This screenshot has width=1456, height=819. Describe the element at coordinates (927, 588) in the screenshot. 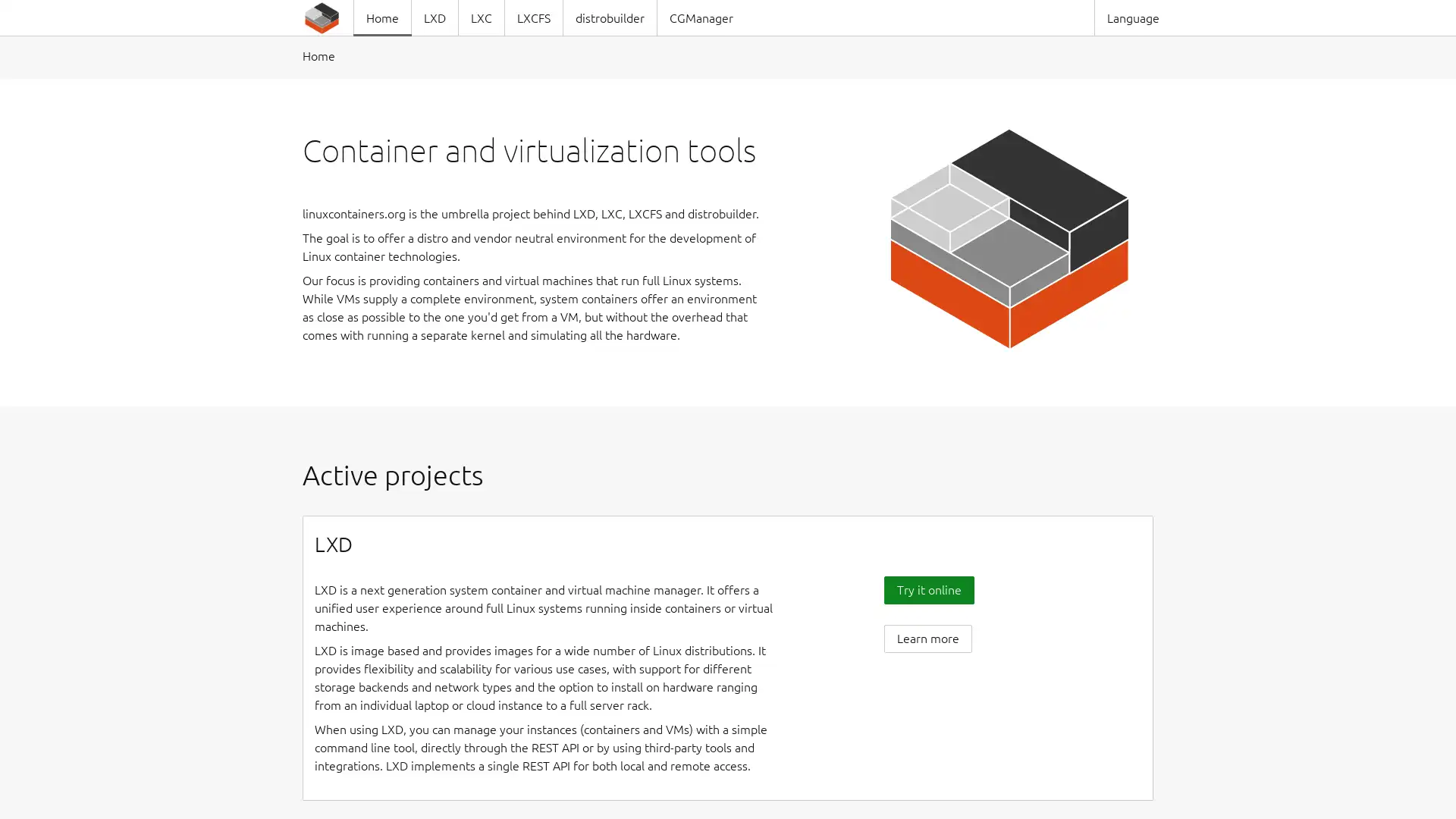

I see `Try it online` at that location.